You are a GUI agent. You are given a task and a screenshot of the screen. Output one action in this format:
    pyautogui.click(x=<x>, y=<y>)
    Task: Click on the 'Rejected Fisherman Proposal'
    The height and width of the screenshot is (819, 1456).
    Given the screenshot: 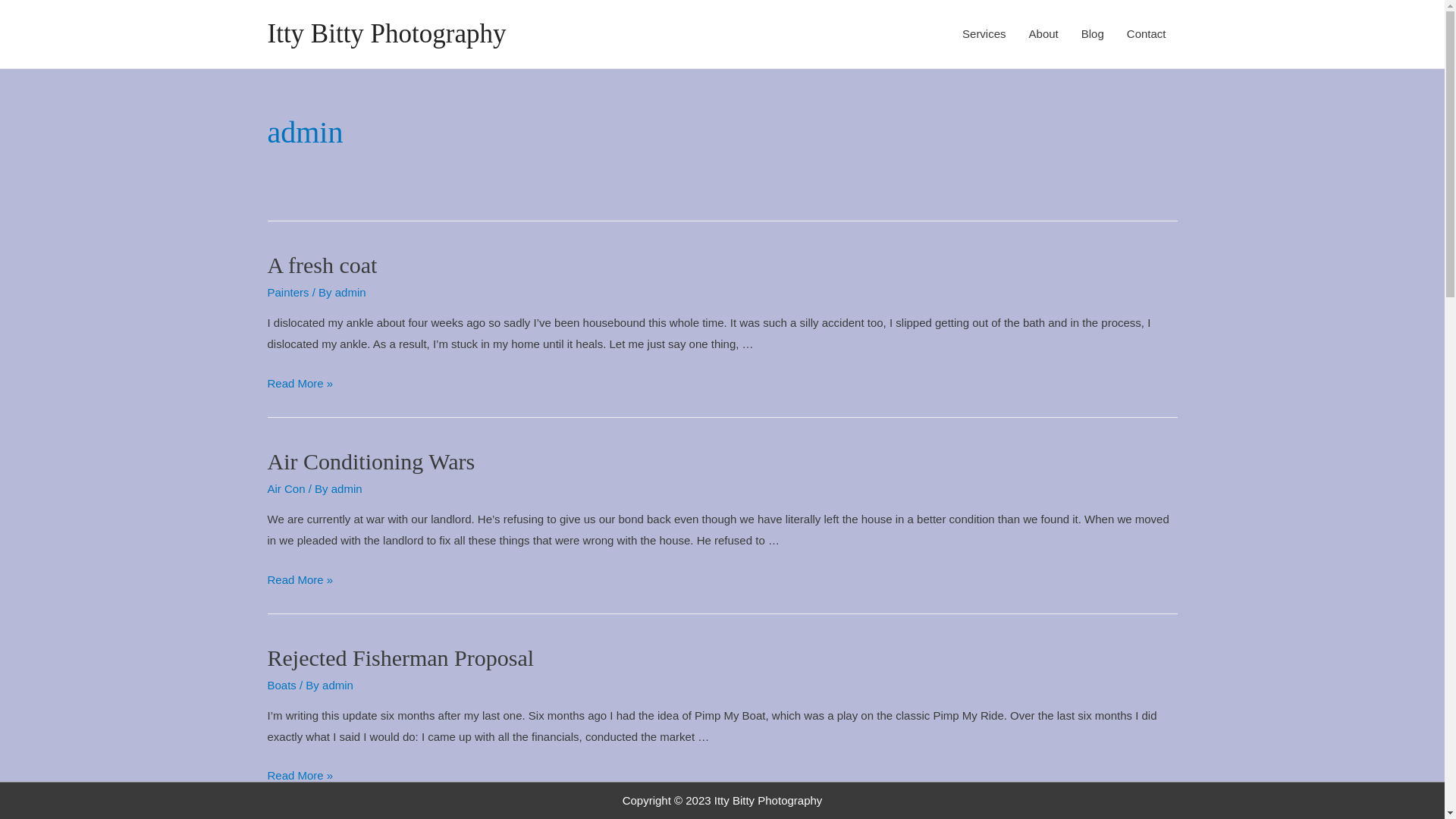 What is the action you would take?
    pyautogui.click(x=400, y=657)
    